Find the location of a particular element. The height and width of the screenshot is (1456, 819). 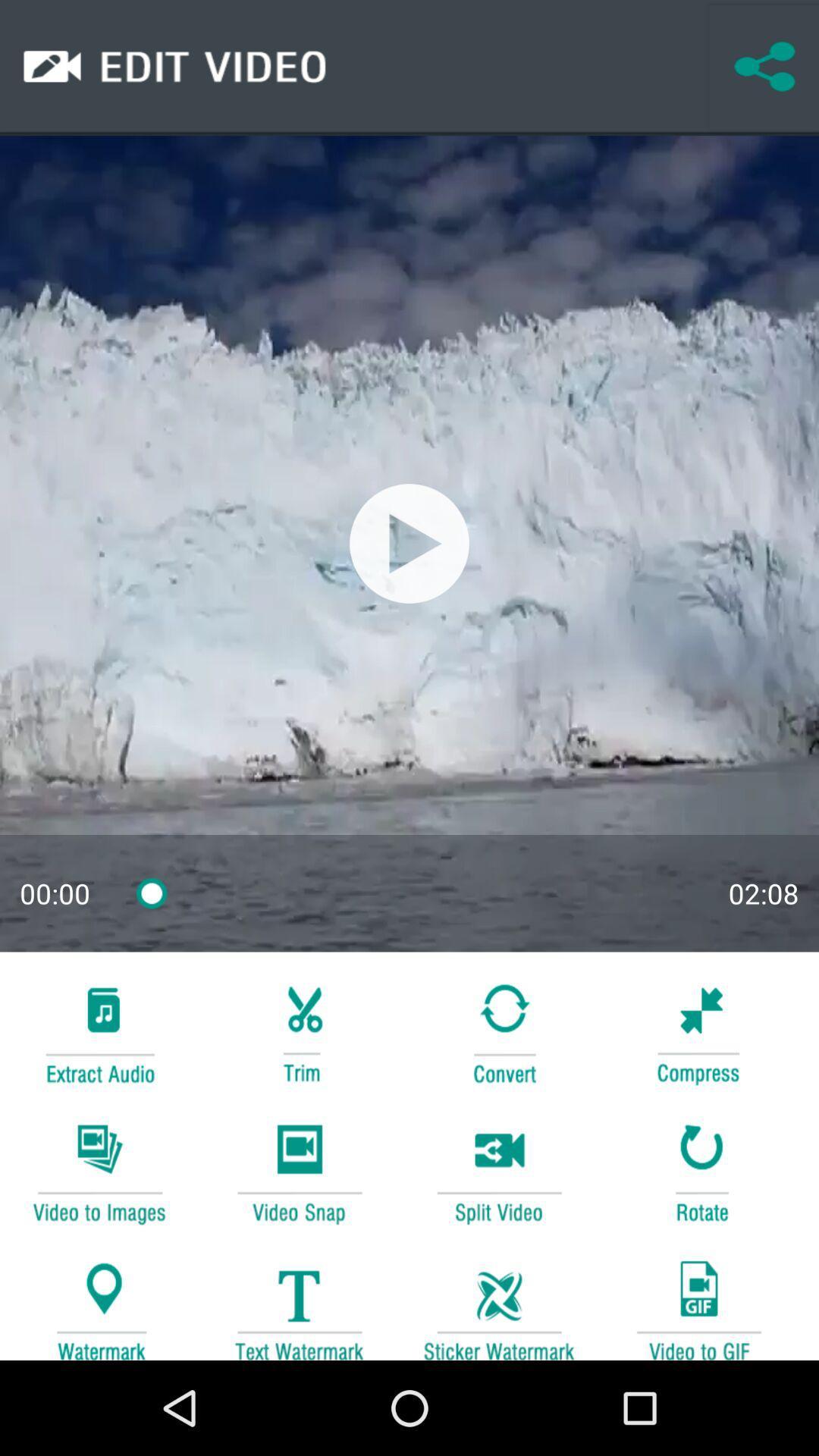

turning option is located at coordinates (499, 1031).